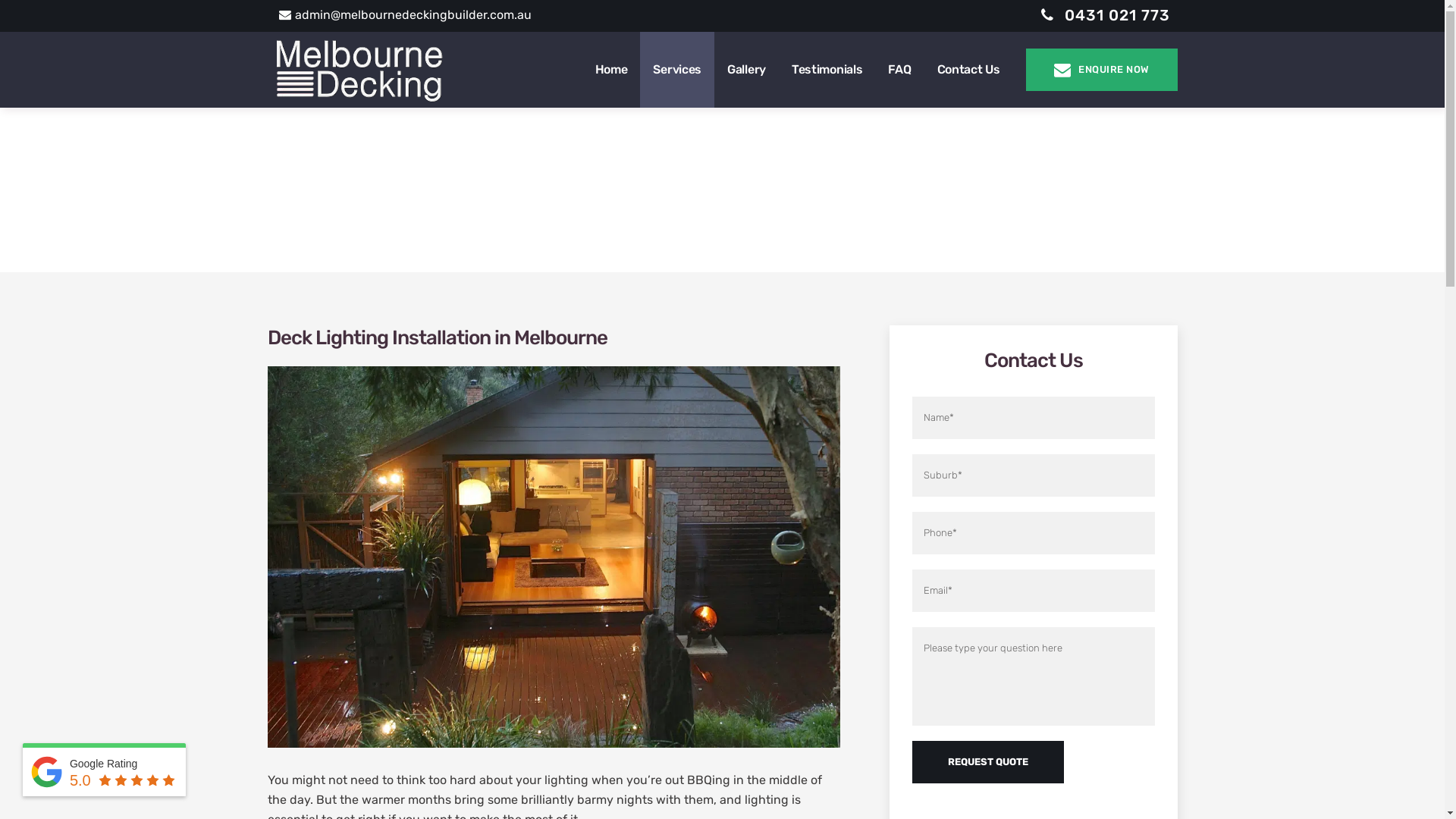 This screenshot has width=1456, height=819. Describe the element at coordinates (611, 70) in the screenshot. I see `'Home'` at that location.